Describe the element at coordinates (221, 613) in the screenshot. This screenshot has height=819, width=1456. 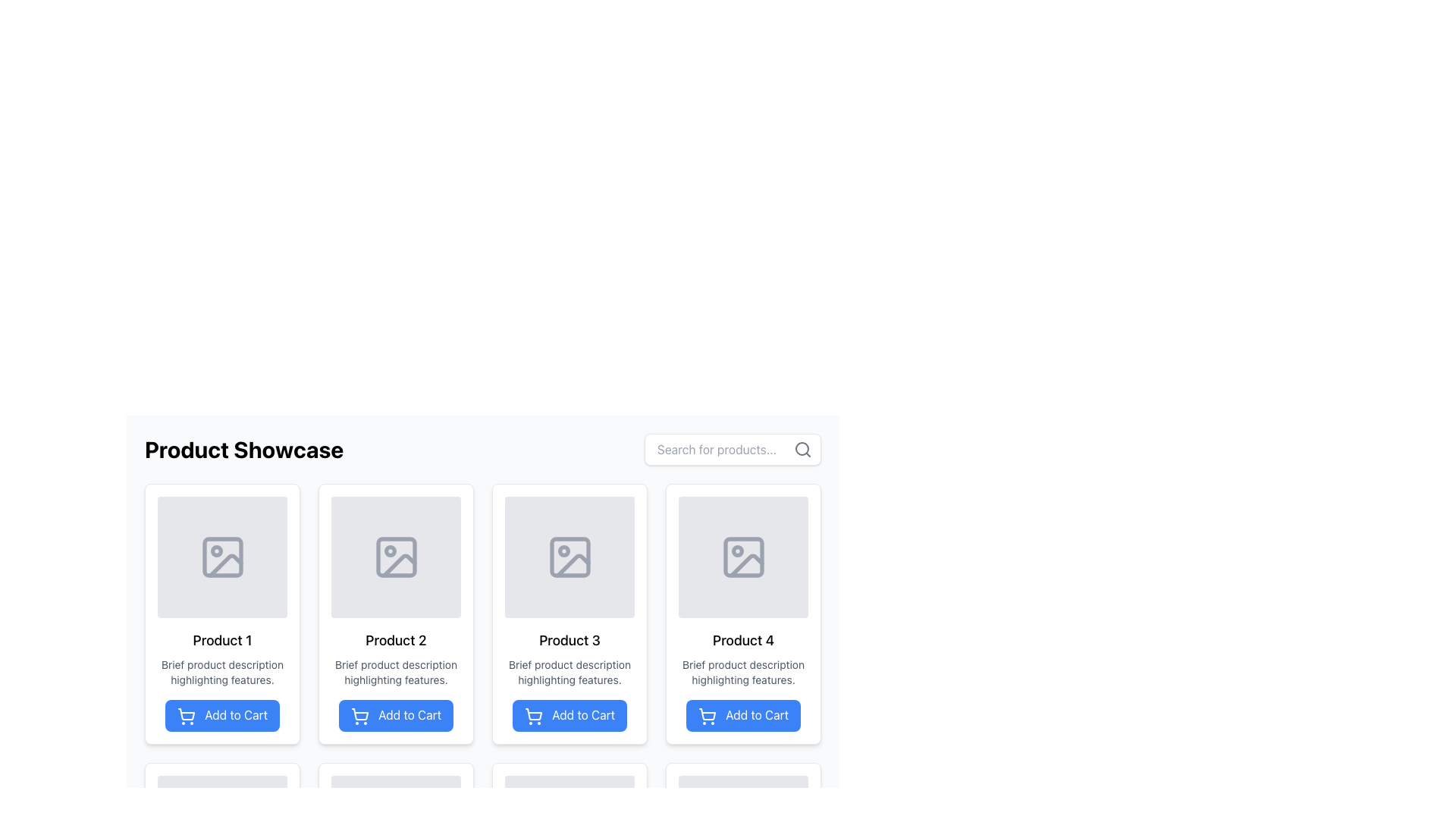
I see `the placeholder icon of the product card located at the top-left corner of the grid layout for additional visuals` at that location.